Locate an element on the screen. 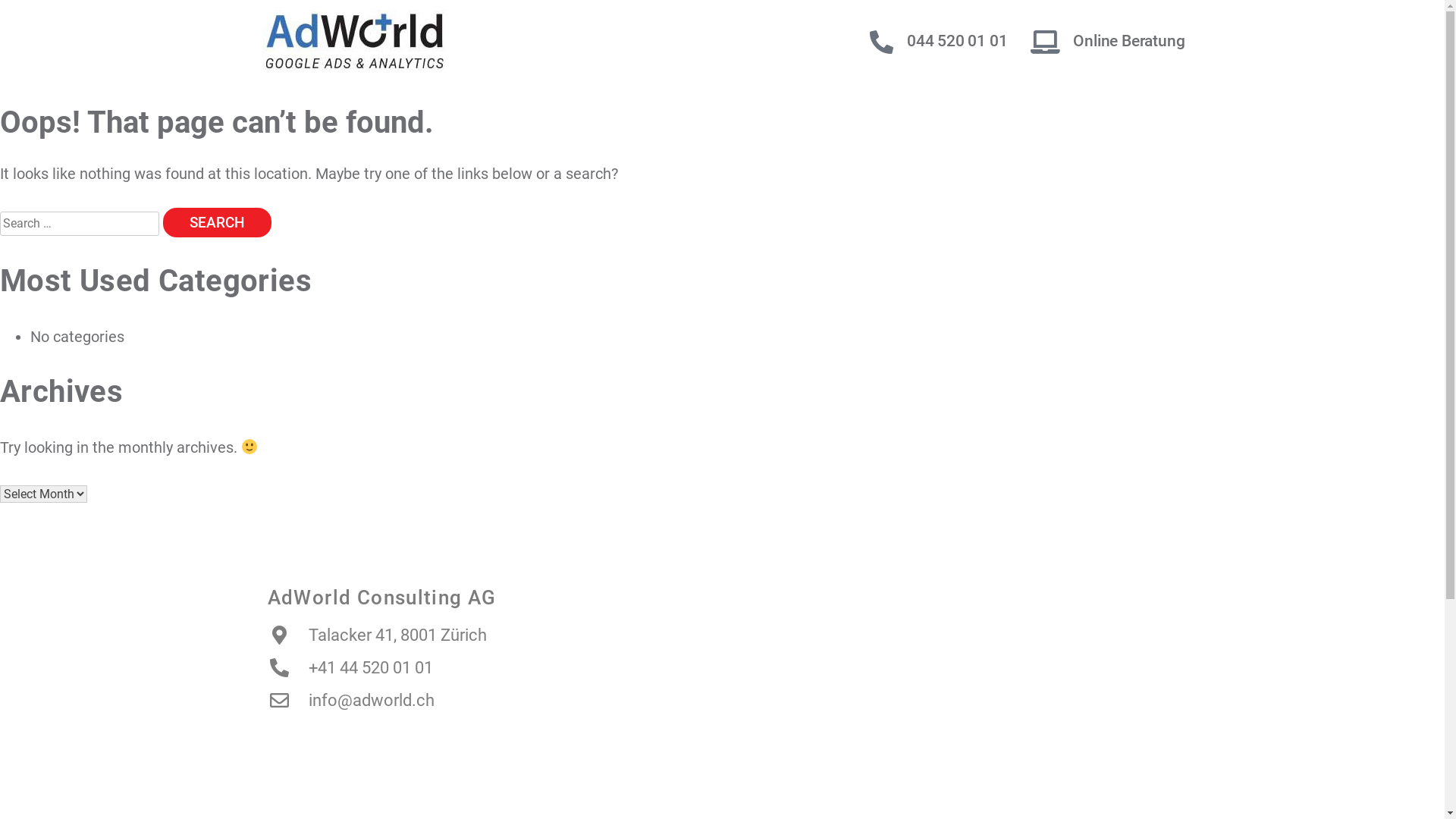 The width and height of the screenshot is (1456, 819). '044 520 01 01' is located at coordinates (956, 40).